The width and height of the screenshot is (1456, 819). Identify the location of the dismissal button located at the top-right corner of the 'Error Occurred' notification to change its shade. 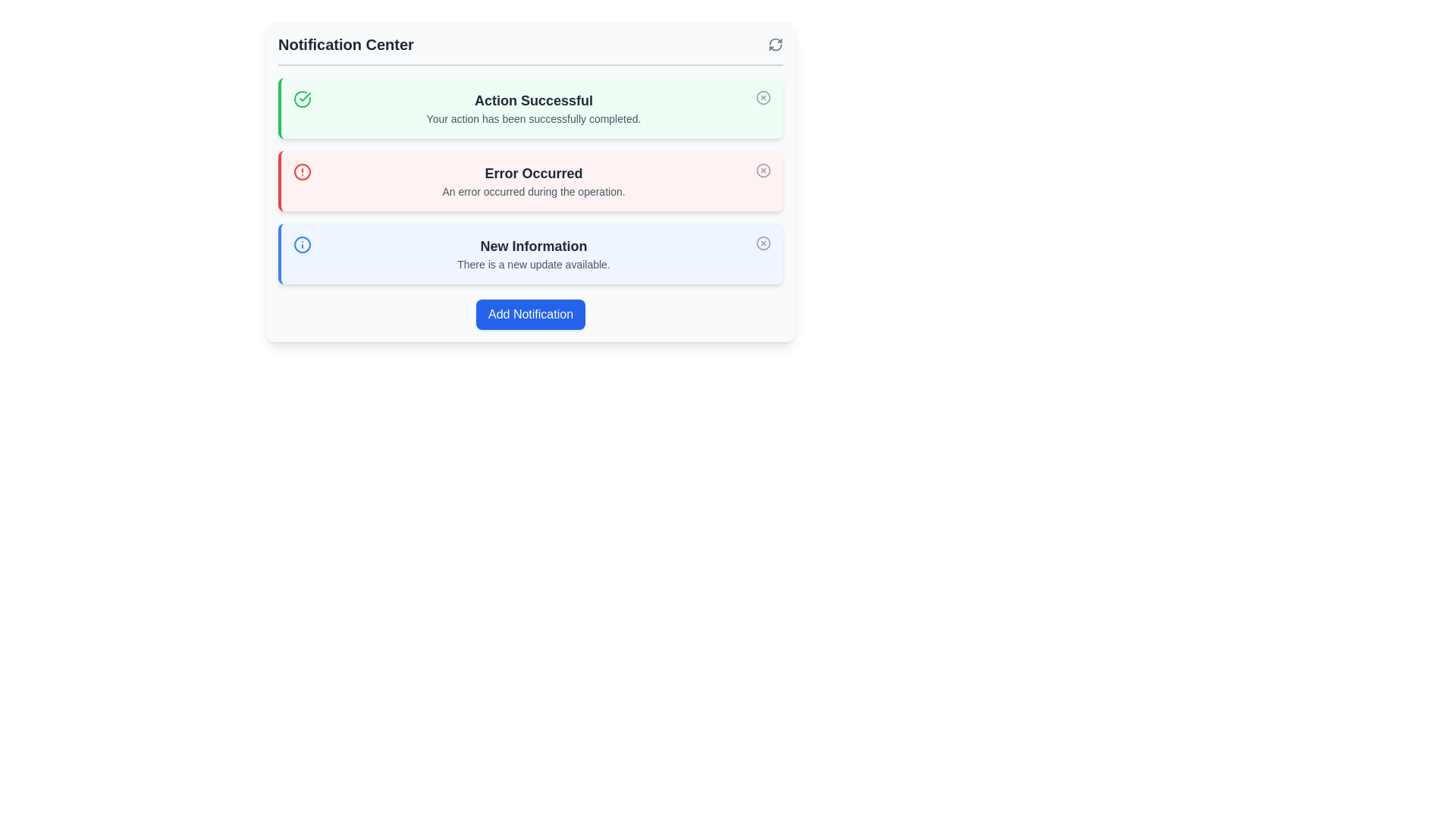
(764, 170).